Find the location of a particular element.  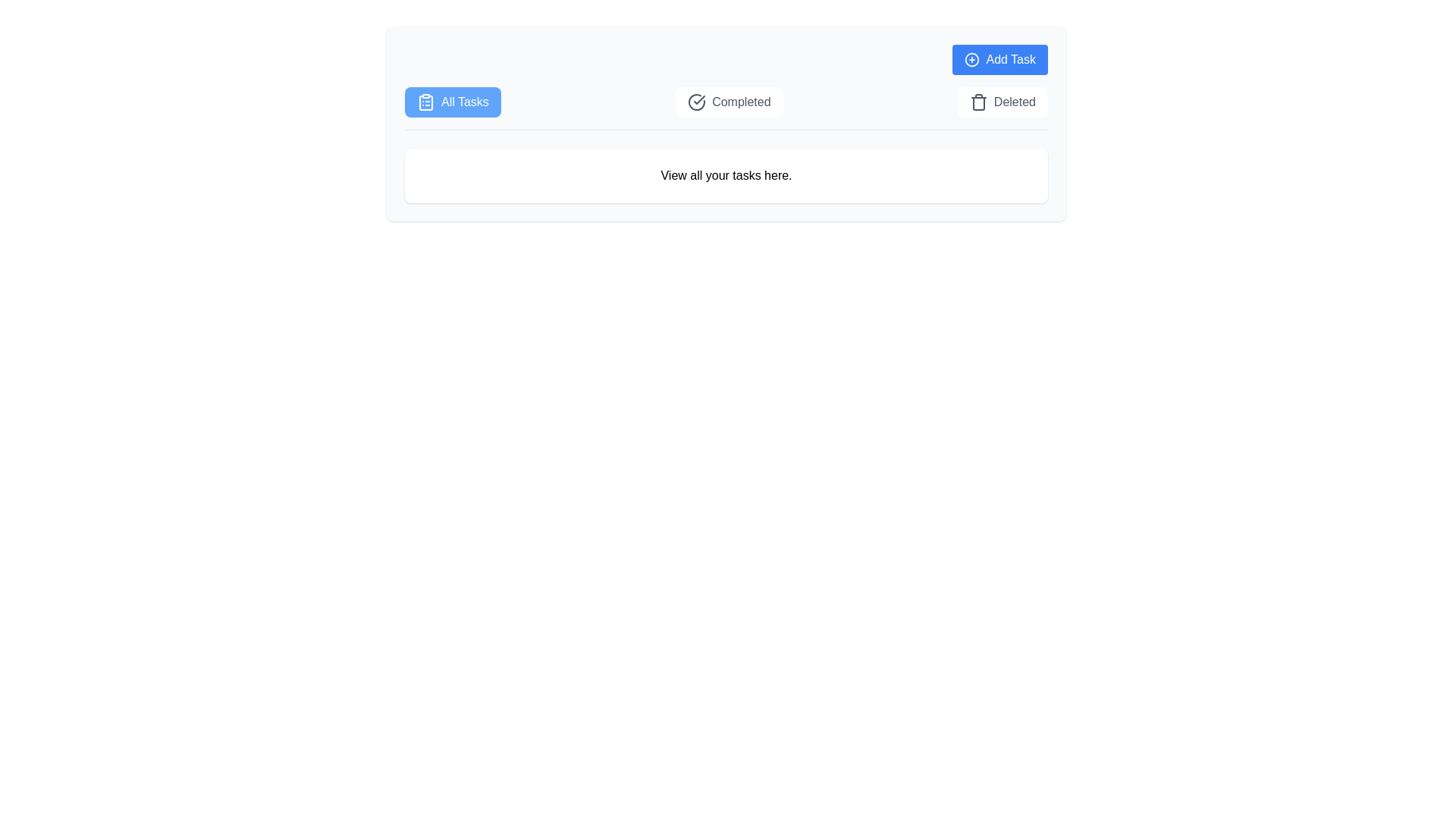

text label indicating 'All Tasks' which is part of a button in the upper interface area is located at coordinates (464, 102).